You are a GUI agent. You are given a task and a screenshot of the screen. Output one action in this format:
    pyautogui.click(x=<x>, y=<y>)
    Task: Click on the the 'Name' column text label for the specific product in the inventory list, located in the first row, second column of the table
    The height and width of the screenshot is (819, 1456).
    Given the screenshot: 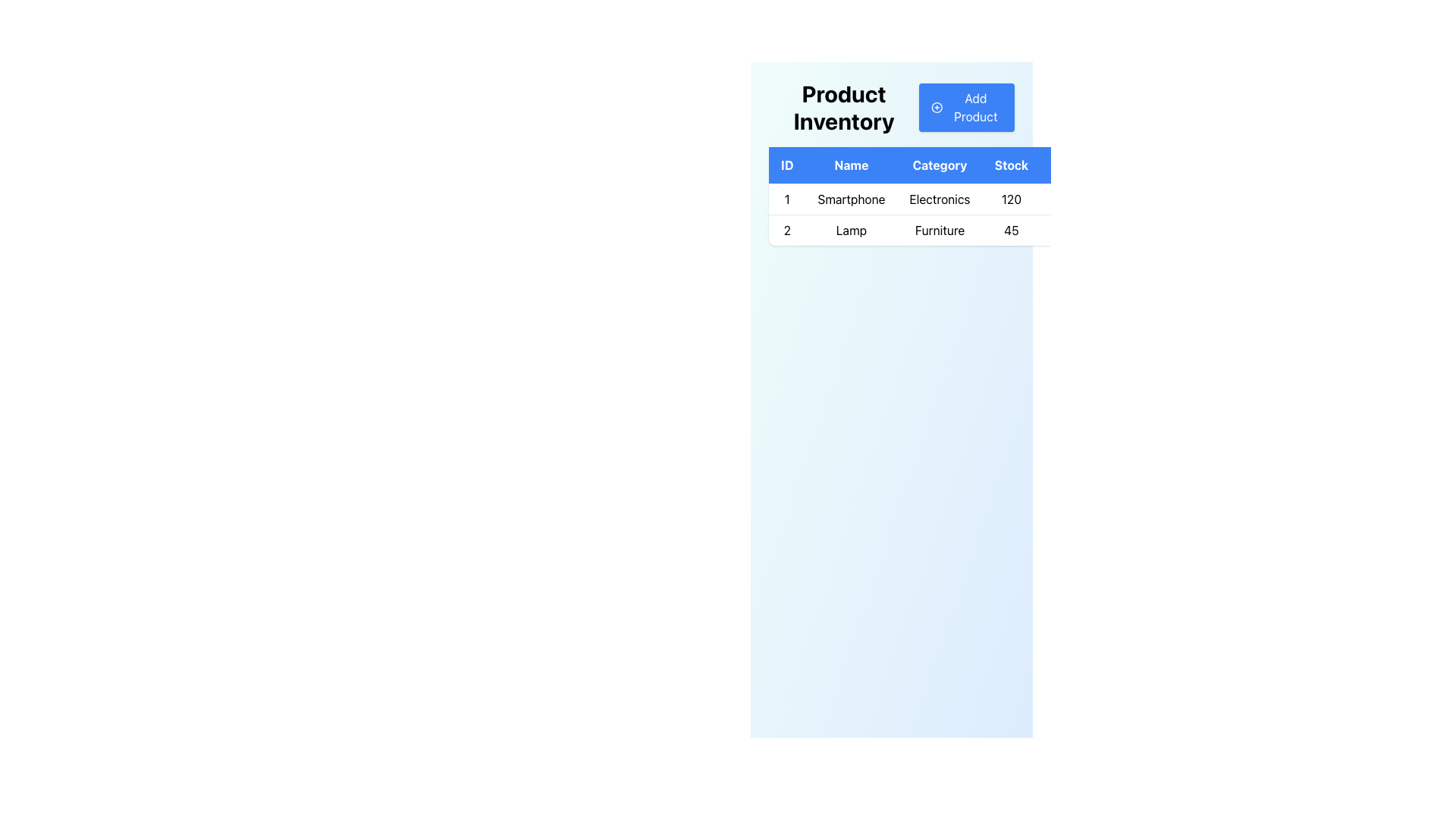 What is the action you would take?
    pyautogui.click(x=852, y=198)
    